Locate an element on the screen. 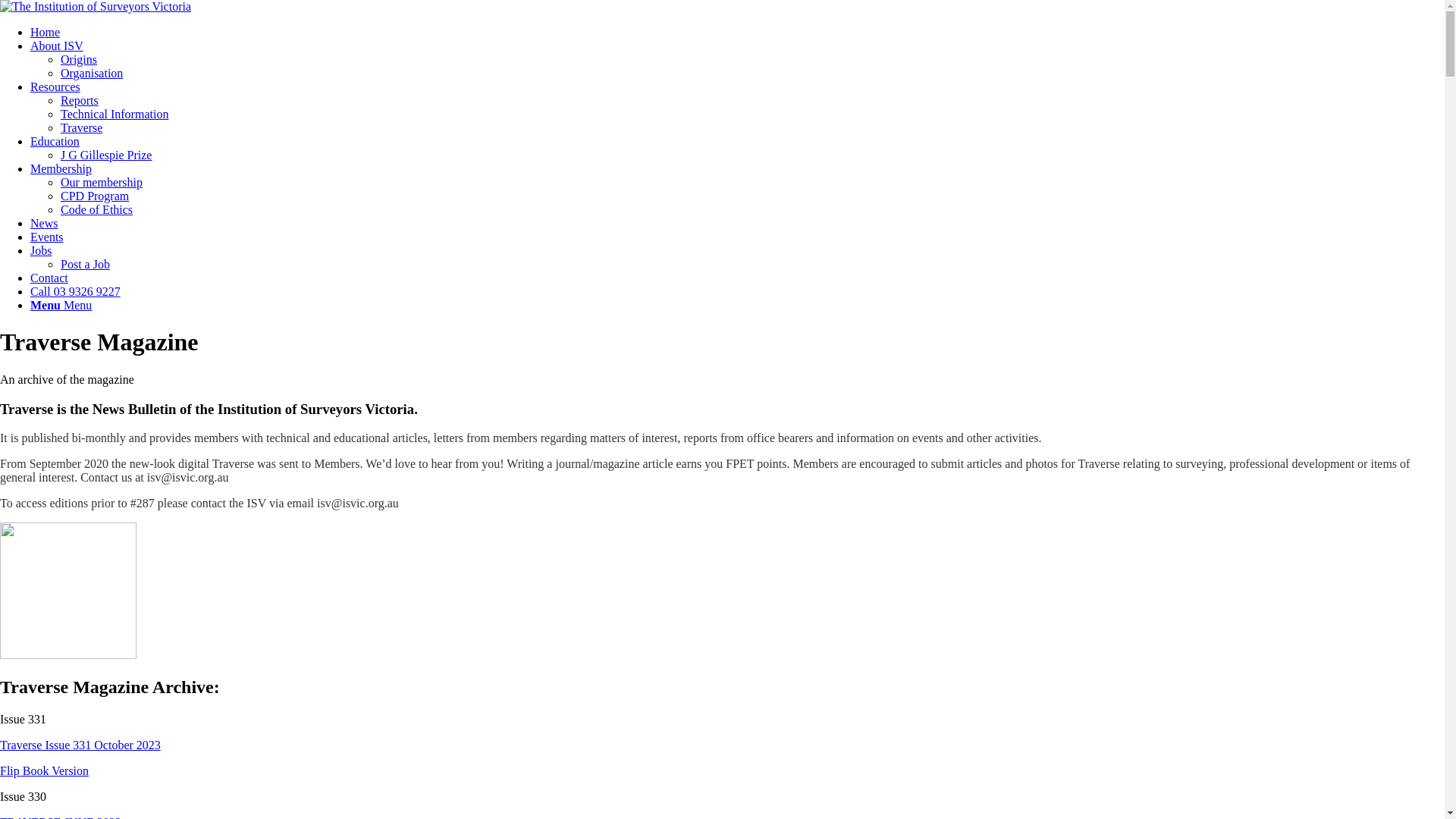  'Reports' is located at coordinates (79, 100).